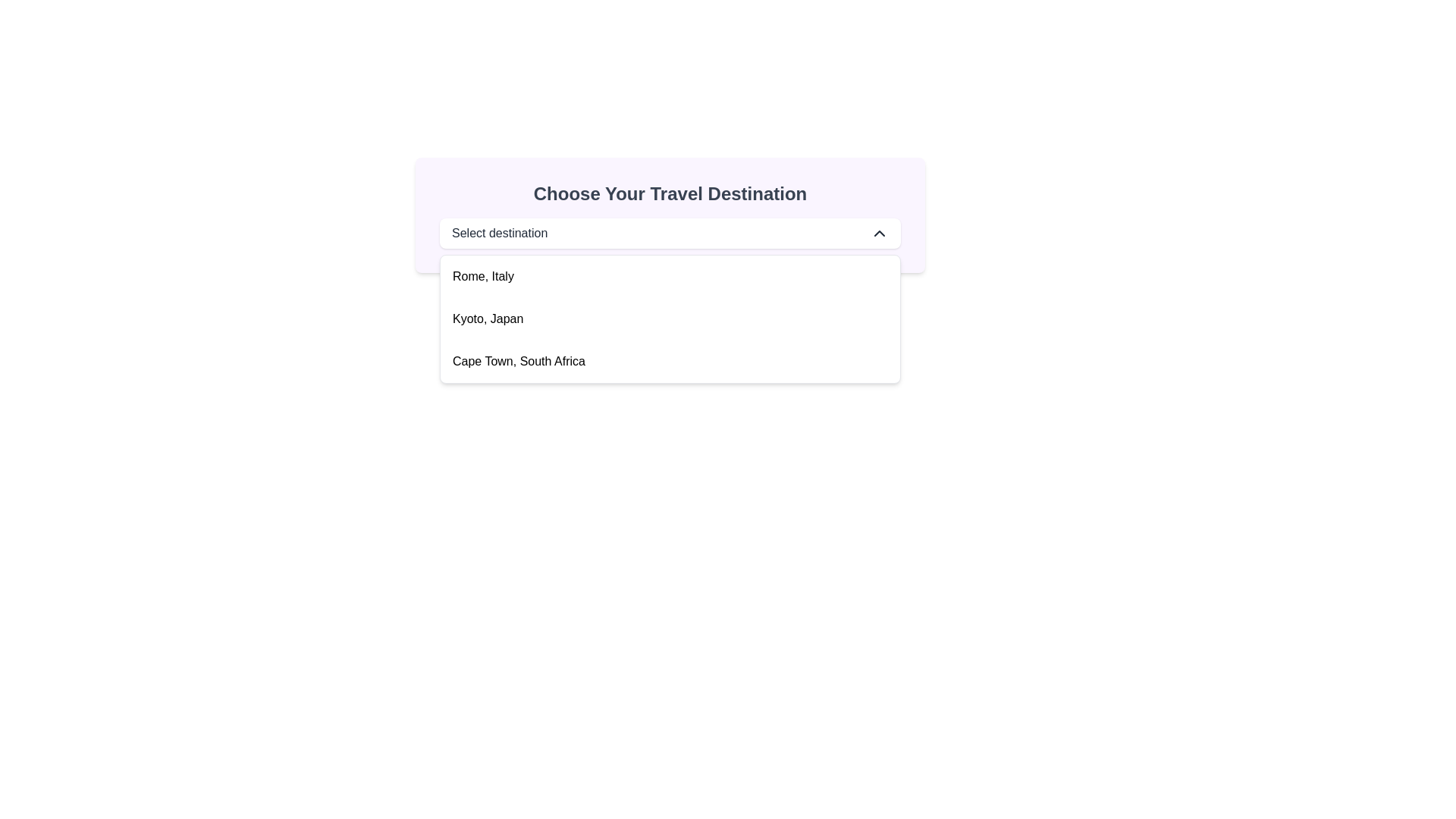 This screenshot has height=819, width=1456. I want to click on the text item 'Kyoto, Japan' in the dropdown list, so click(488, 318).